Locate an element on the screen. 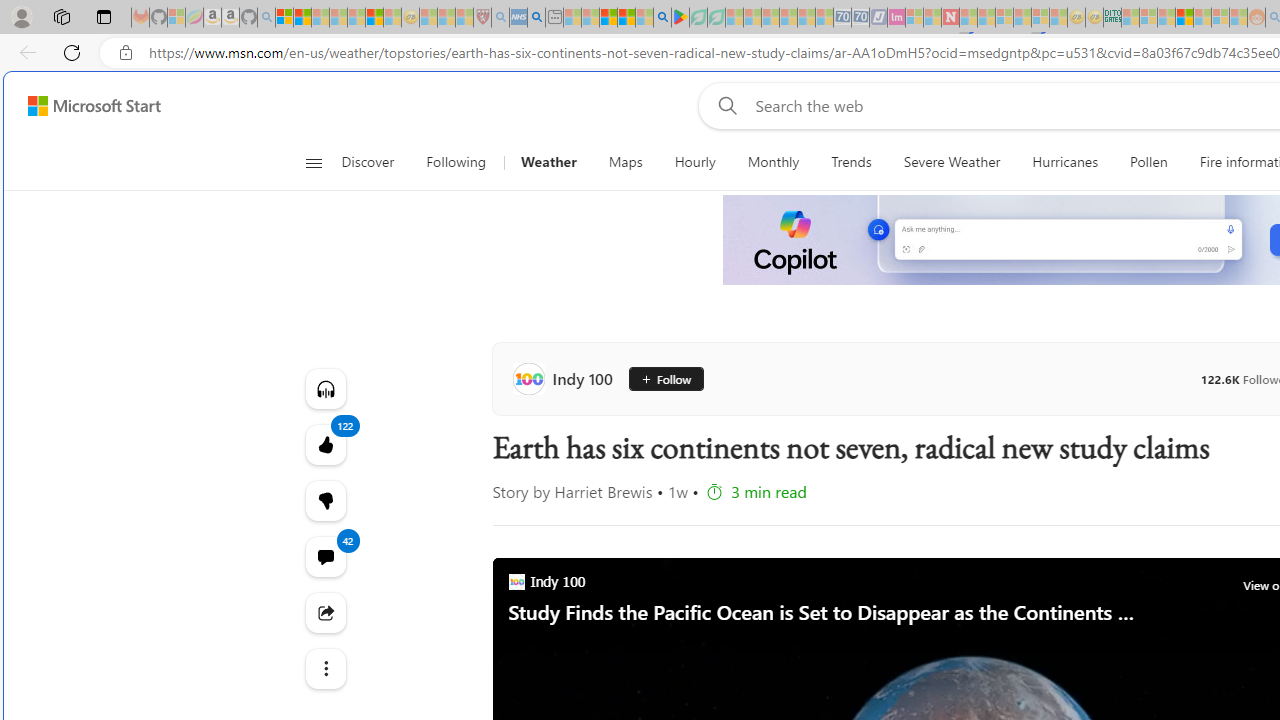 The image size is (1280, 720). 'Trends' is located at coordinates (851, 162).